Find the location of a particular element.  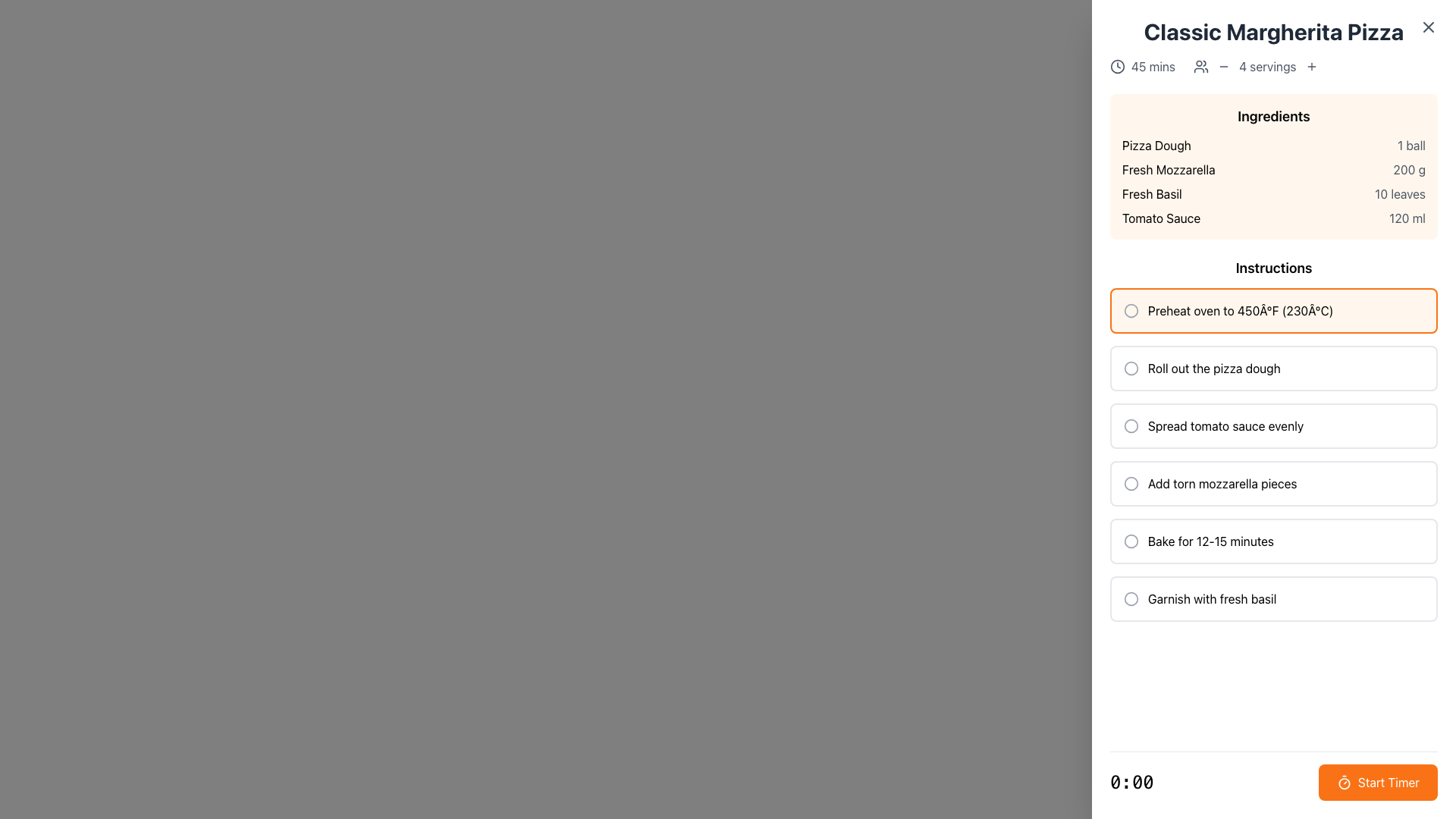

the status indication of the decorative or status indicator circle located in the fourth instruction step labeled 'Add torn mozzarella pieces' within the 'Instructions' section of the recipe interface is located at coordinates (1131, 483).